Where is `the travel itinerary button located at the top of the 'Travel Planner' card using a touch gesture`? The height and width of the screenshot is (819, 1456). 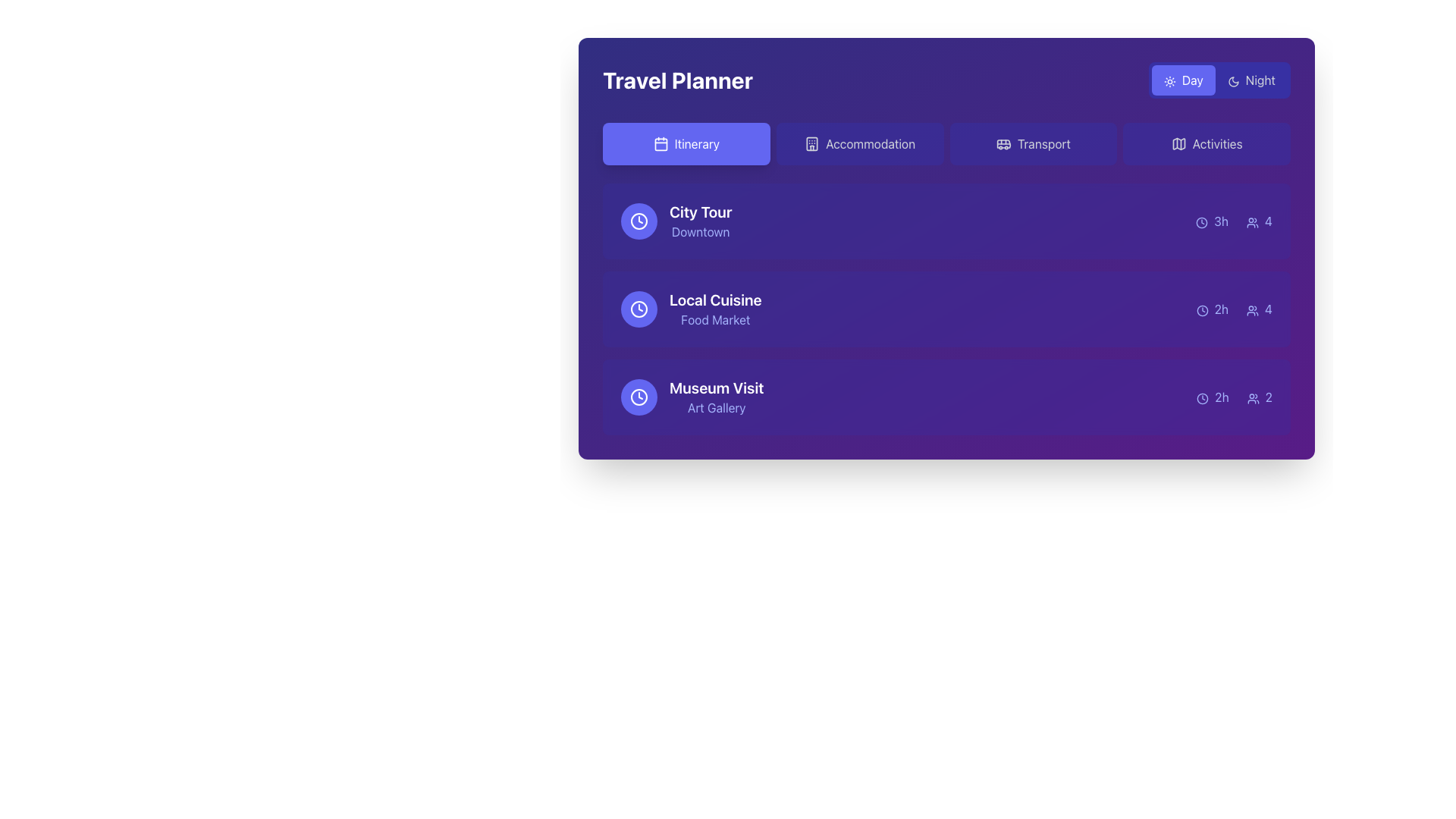 the travel itinerary button located at the top of the 'Travel Planner' card using a touch gesture is located at coordinates (686, 143).